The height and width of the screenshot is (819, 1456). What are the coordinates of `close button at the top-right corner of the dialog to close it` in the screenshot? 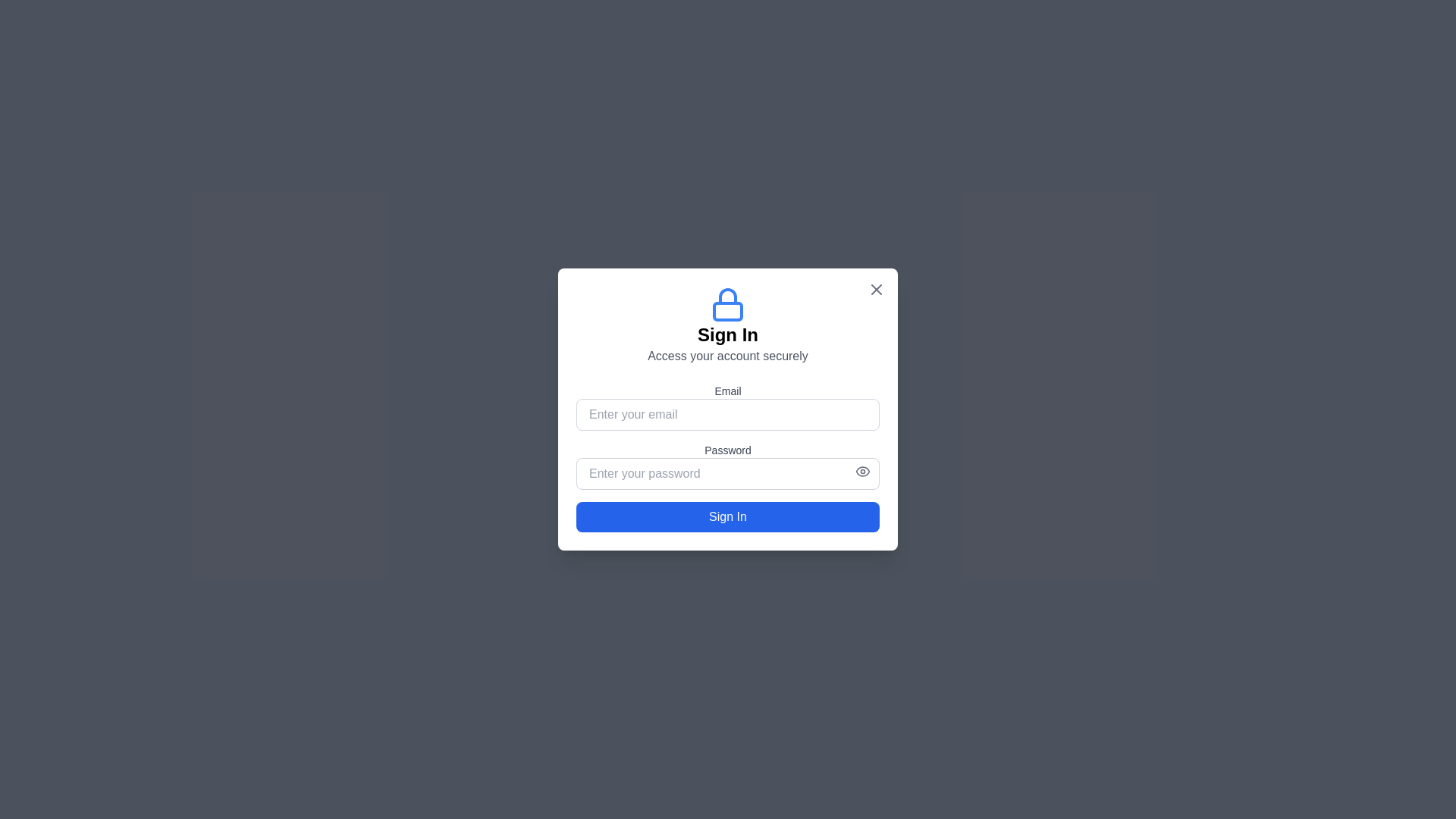 It's located at (877, 289).